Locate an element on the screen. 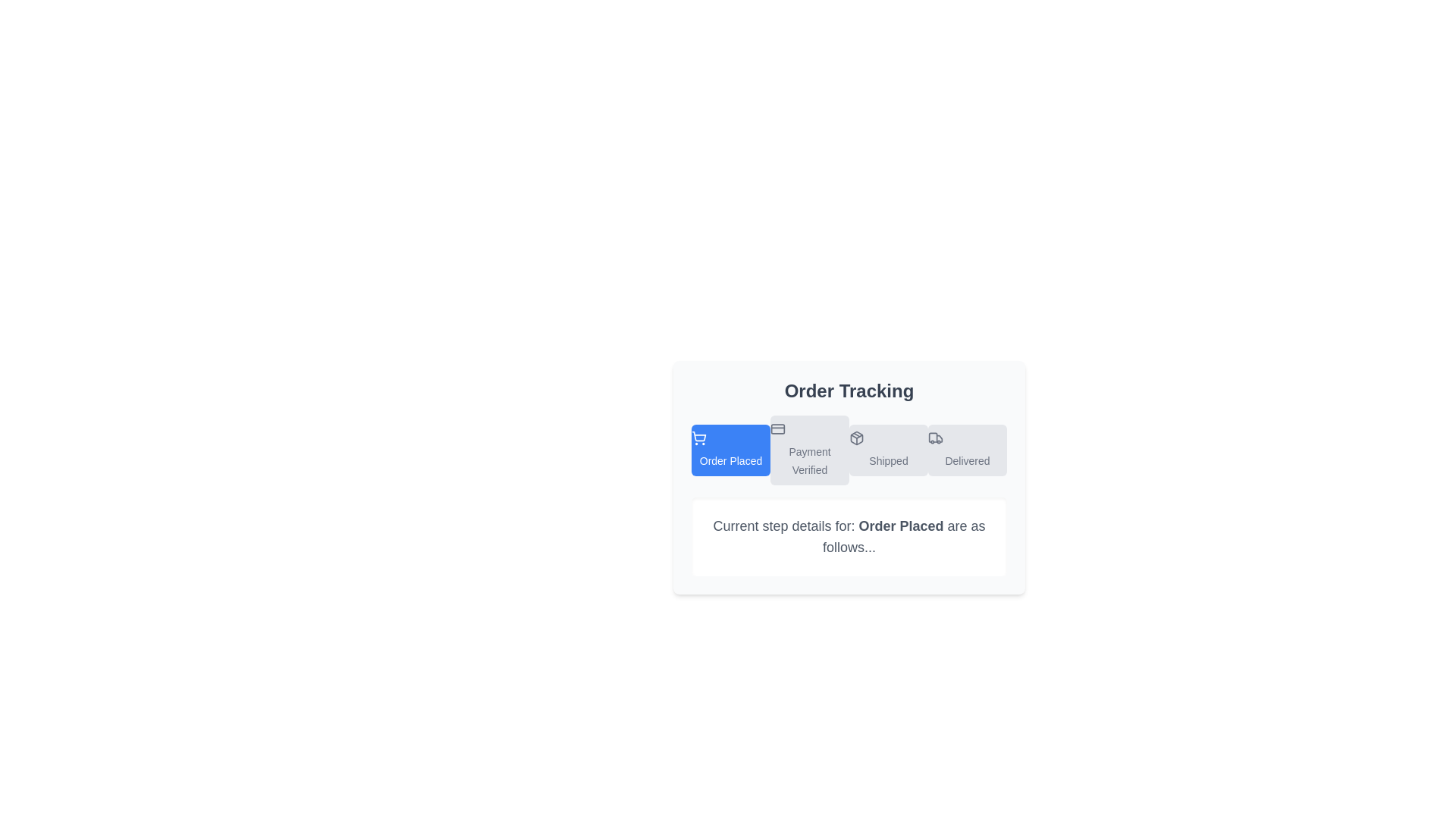  the rectangular graphical element that represents the main body of the credit card icon, which is part of the 'Payment Verified' step in the process tracker is located at coordinates (778, 429).